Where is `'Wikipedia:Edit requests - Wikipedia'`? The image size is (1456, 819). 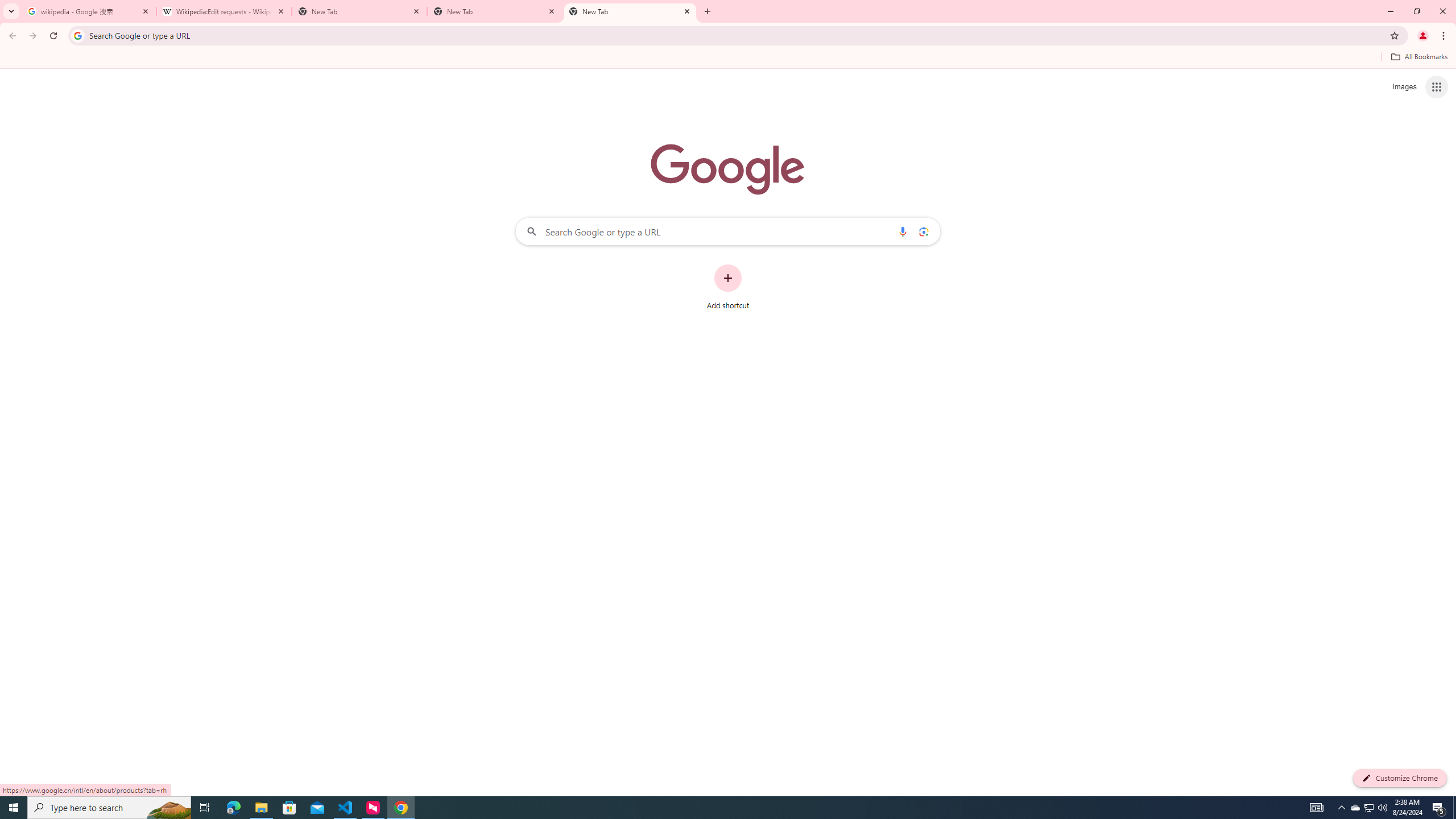 'Wikipedia:Edit requests - Wikipedia' is located at coordinates (224, 11).